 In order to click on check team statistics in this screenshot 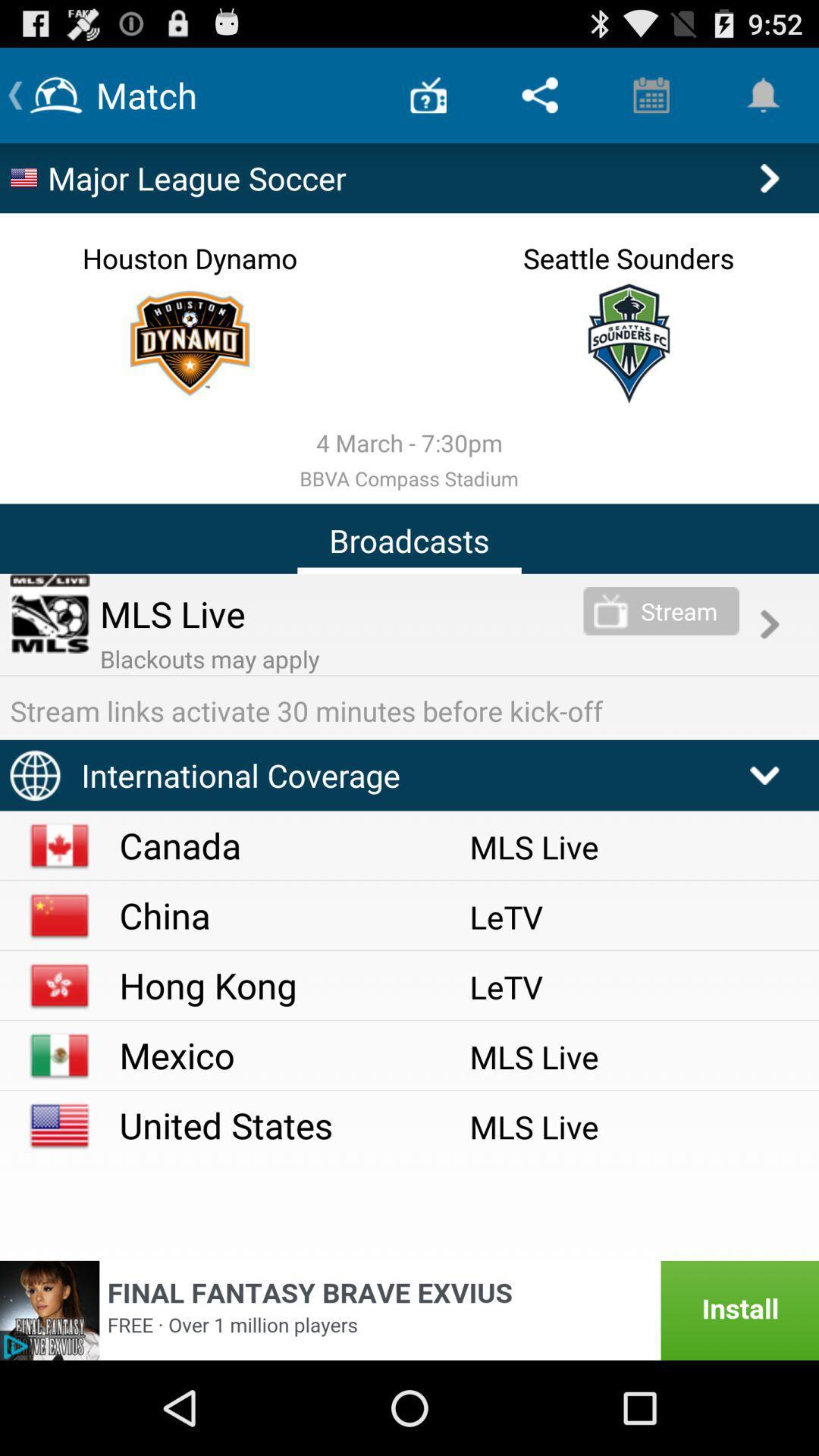, I will do `click(189, 342)`.